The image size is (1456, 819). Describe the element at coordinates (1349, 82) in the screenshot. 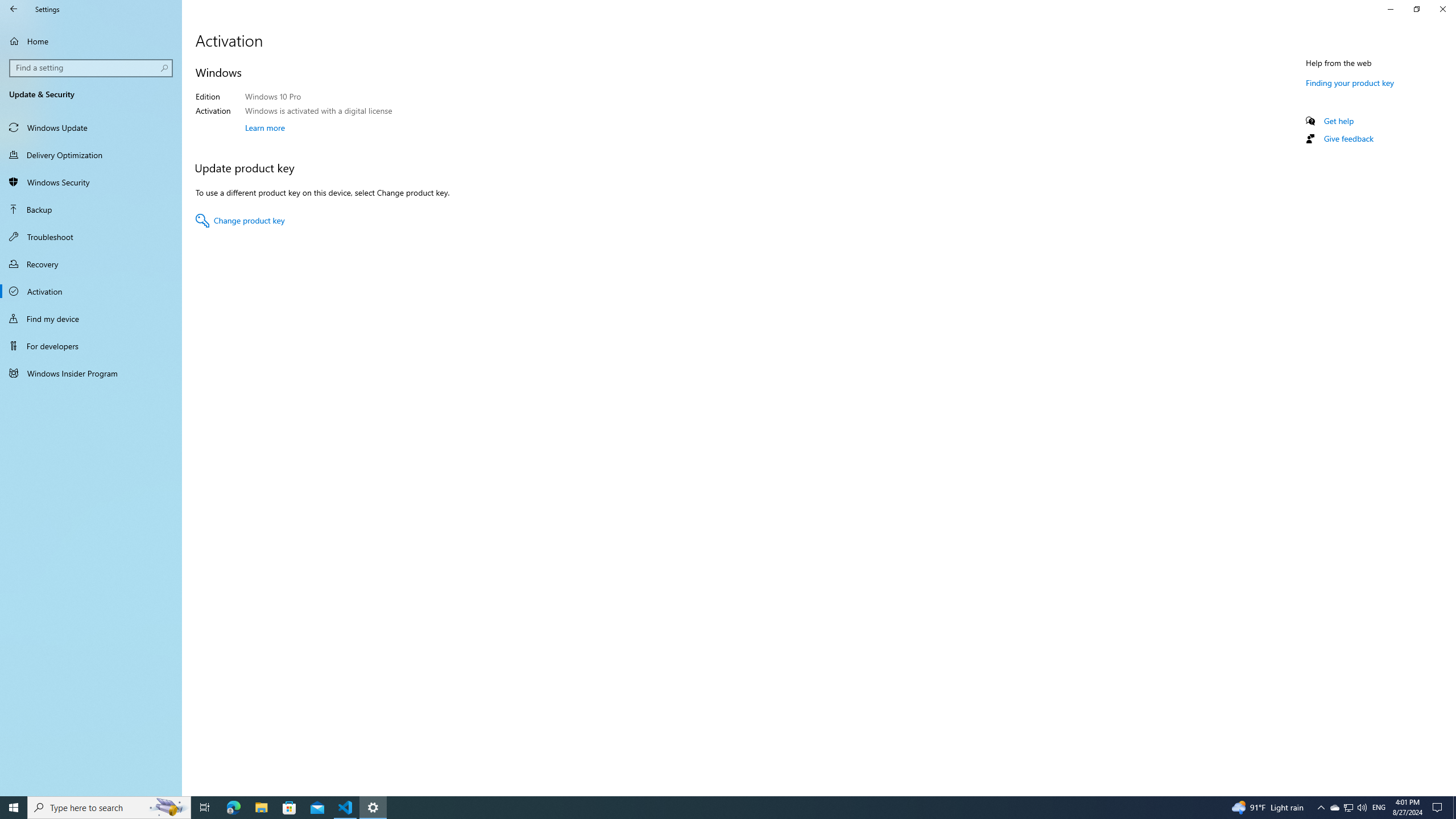

I see `'Finding your product key'` at that location.